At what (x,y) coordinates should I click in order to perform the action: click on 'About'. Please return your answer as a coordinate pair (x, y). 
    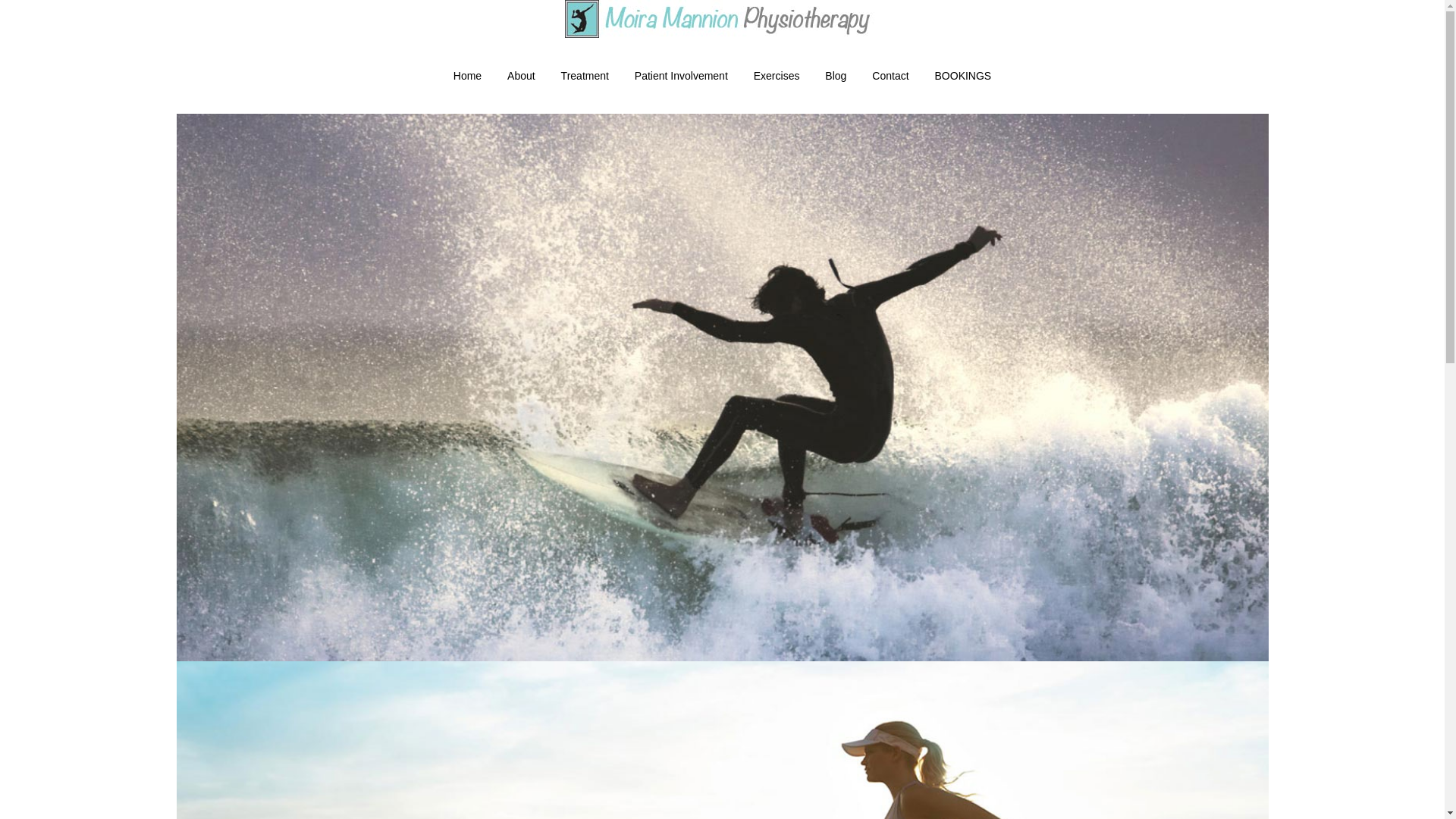
    Looking at the image, I should click on (494, 76).